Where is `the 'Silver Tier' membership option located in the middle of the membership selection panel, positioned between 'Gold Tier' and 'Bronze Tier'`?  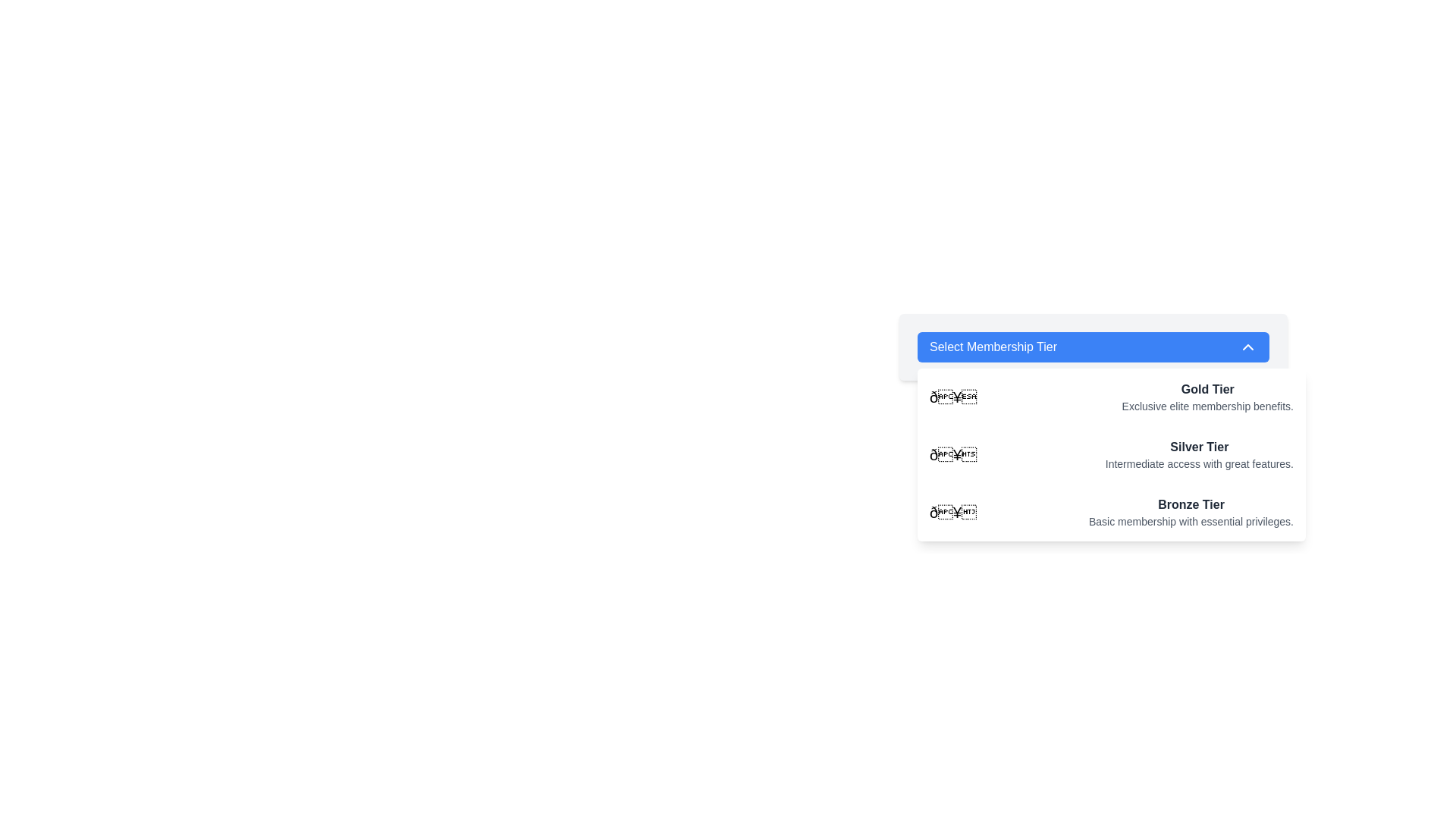 the 'Silver Tier' membership option located in the middle of the membership selection panel, positioned between 'Gold Tier' and 'Bronze Tier' is located at coordinates (1198, 454).